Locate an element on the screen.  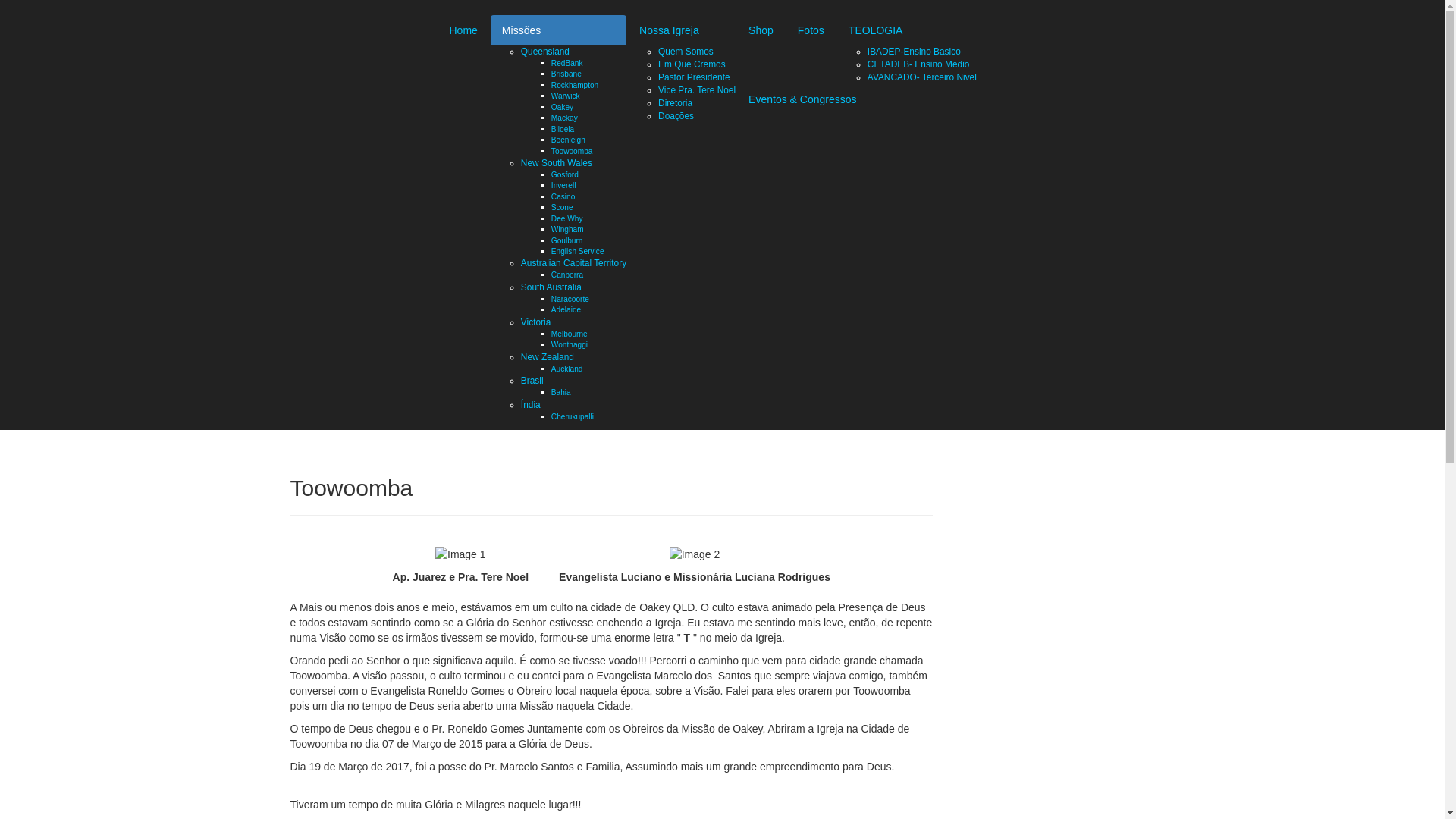
'Biloela' is located at coordinates (550, 128).